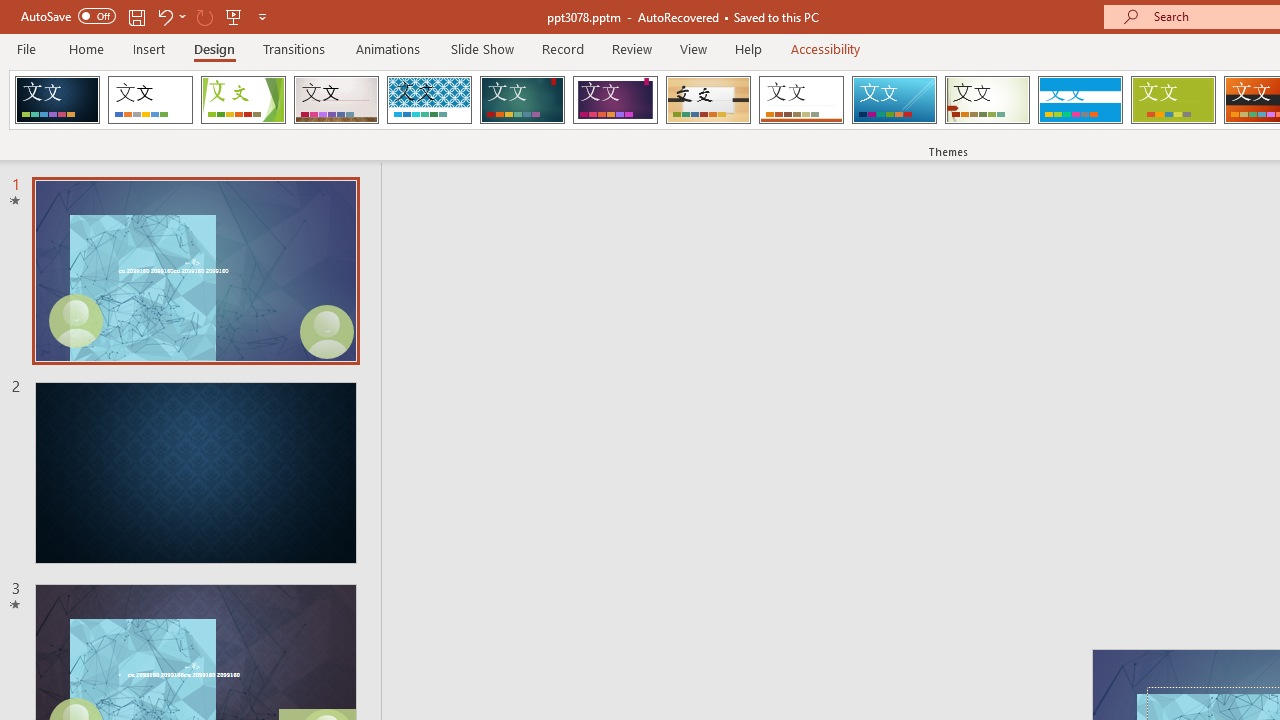 Image resolution: width=1280 pixels, height=720 pixels. Describe the element at coordinates (1173, 100) in the screenshot. I see `'Basis'` at that location.